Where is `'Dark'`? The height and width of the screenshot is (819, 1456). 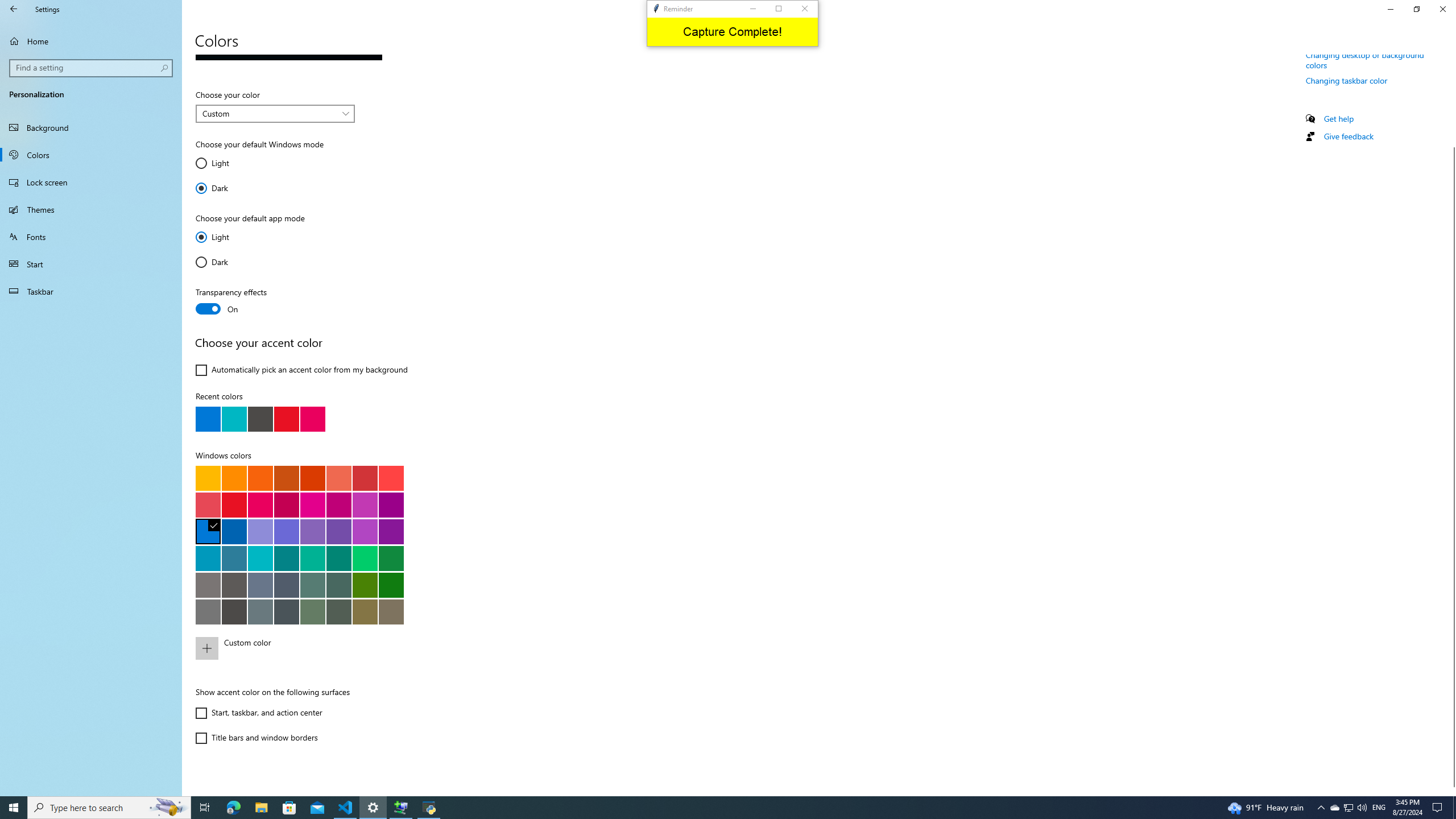
'Dark' is located at coordinates (229, 261).